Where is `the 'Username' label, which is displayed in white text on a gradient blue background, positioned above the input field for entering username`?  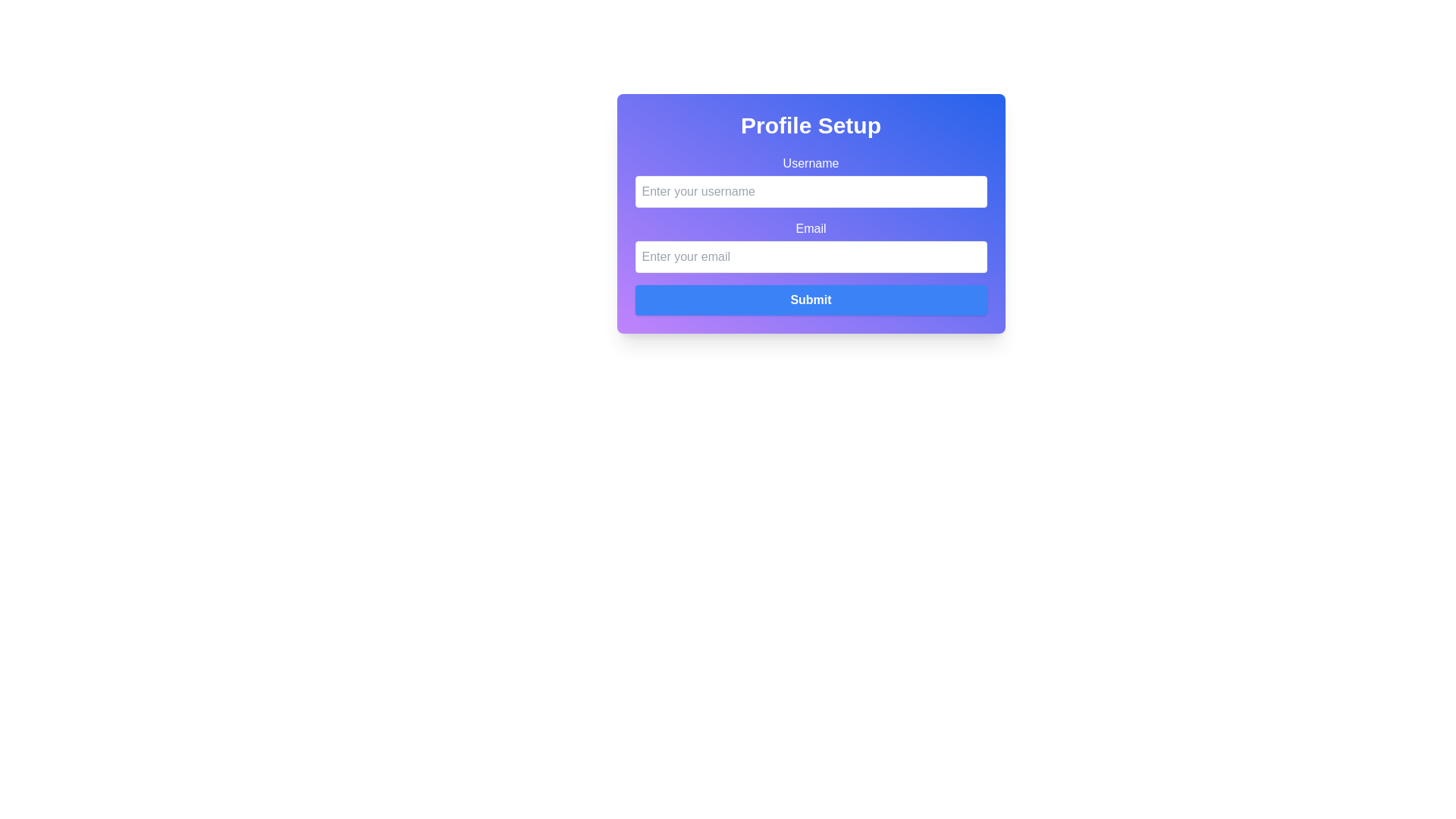
the 'Username' label, which is displayed in white text on a gradient blue background, positioned above the input field for entering username is located at coordinates (810, 164).